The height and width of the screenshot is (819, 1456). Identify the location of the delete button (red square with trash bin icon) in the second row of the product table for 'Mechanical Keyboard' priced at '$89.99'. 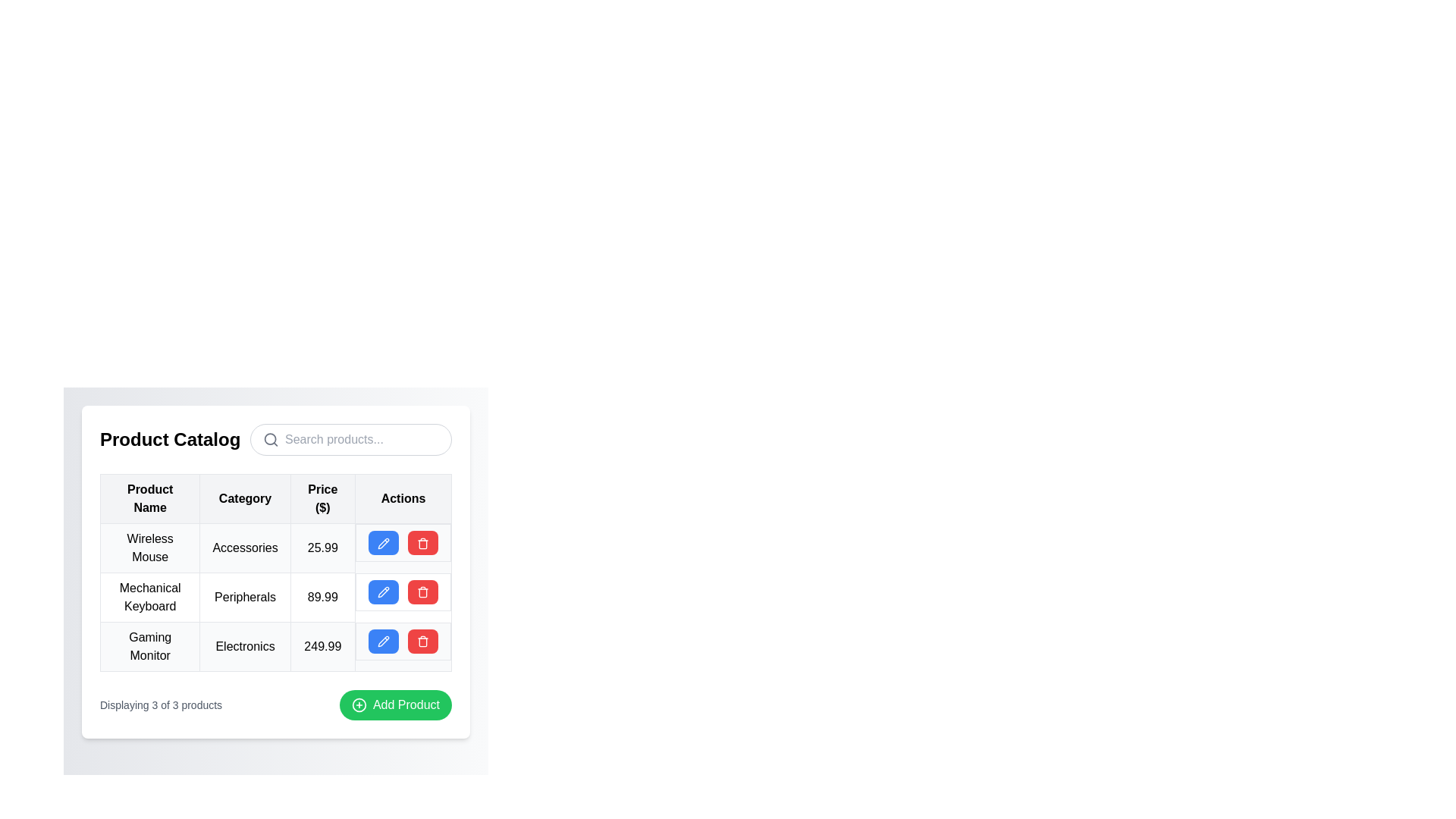
(276, 596).